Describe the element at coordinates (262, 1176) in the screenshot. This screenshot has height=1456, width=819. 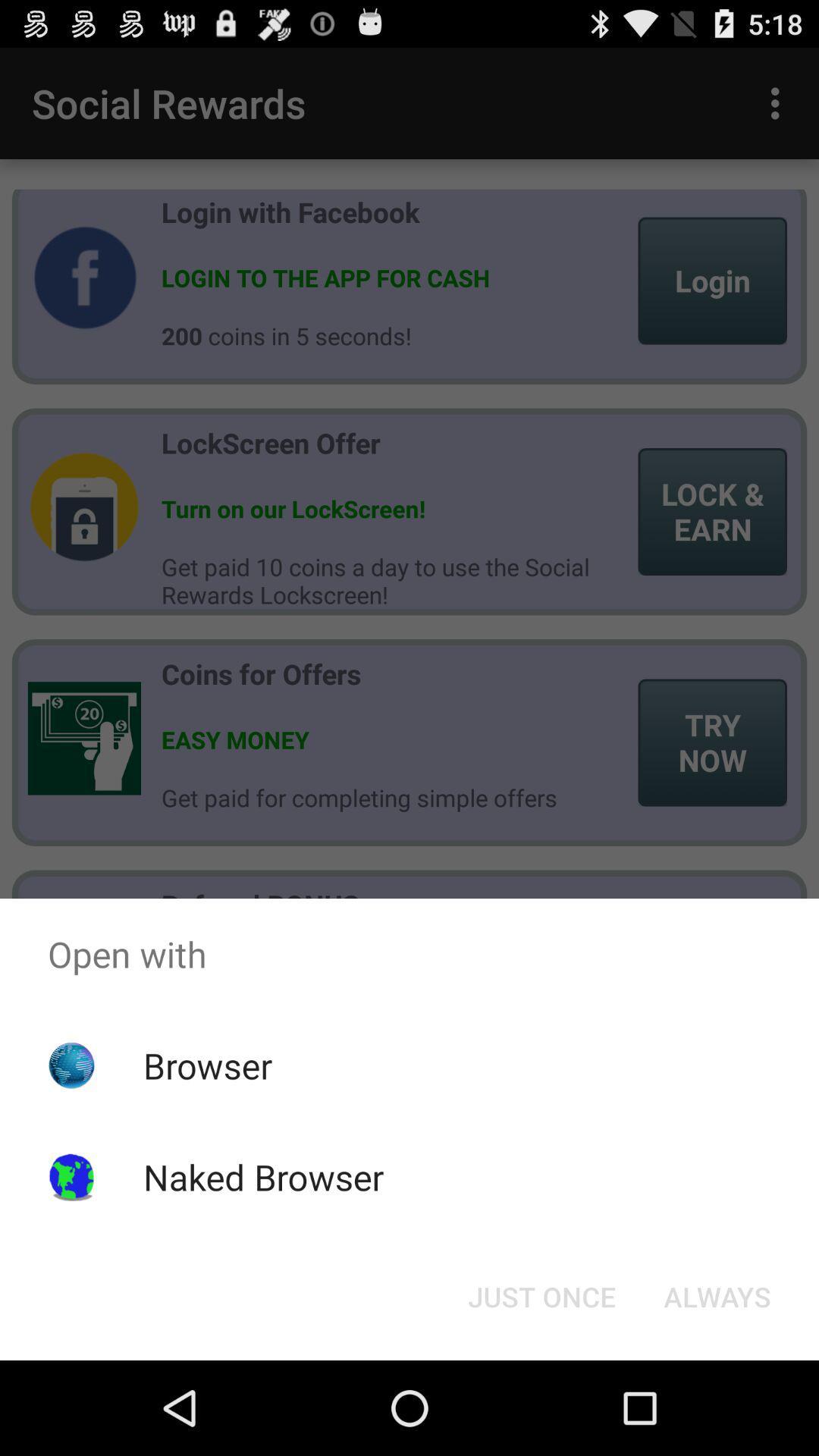
I see `the naked browser icon` at that location.